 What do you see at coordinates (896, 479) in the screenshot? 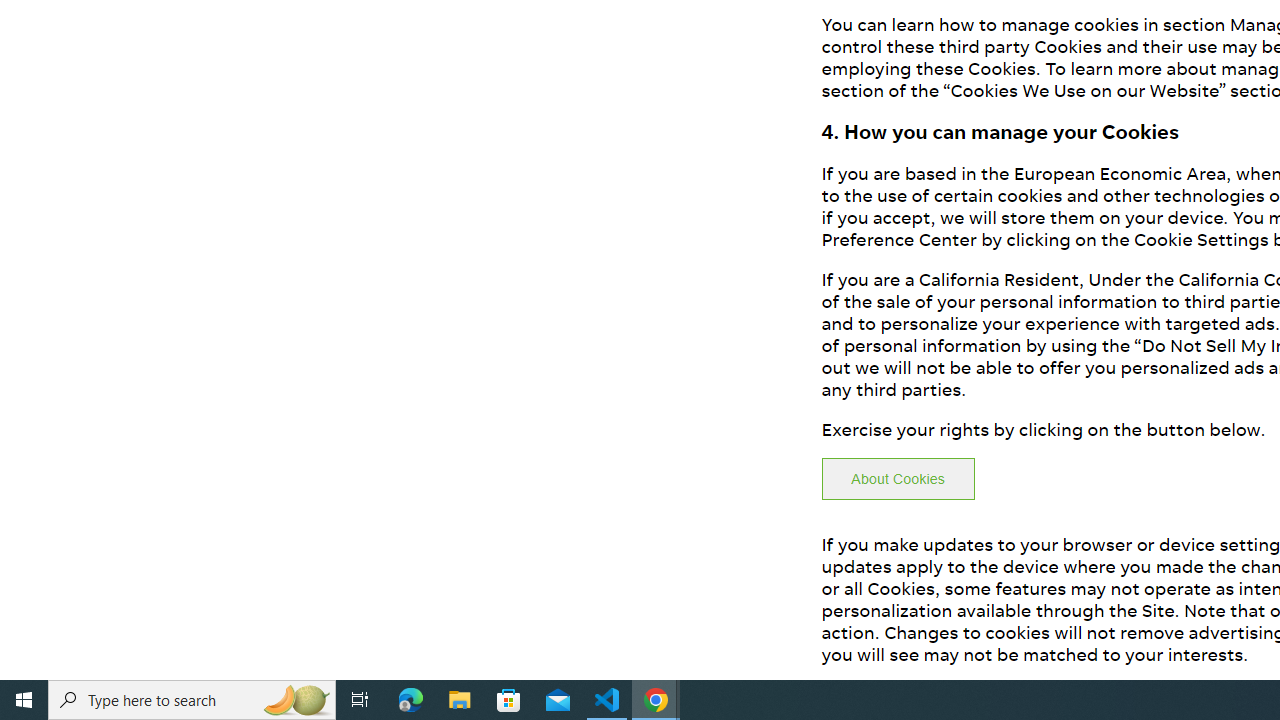
I see `'About Cookies'` at bounding box center [896, 479].